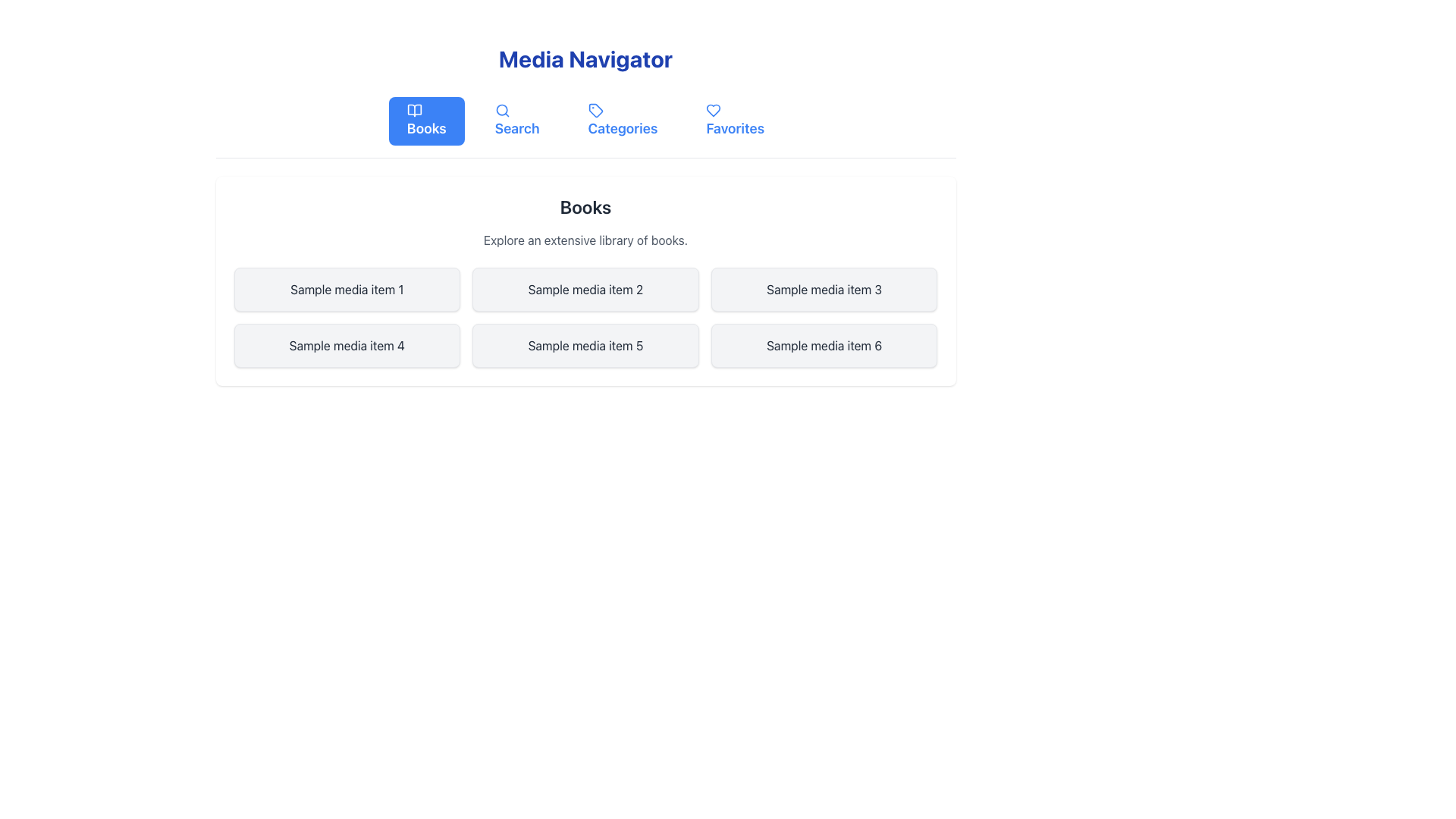  What do you see at coordinates (623, 120) in the screenshot?
I see `the 'Categories' button` at bounding box center [623, 120].